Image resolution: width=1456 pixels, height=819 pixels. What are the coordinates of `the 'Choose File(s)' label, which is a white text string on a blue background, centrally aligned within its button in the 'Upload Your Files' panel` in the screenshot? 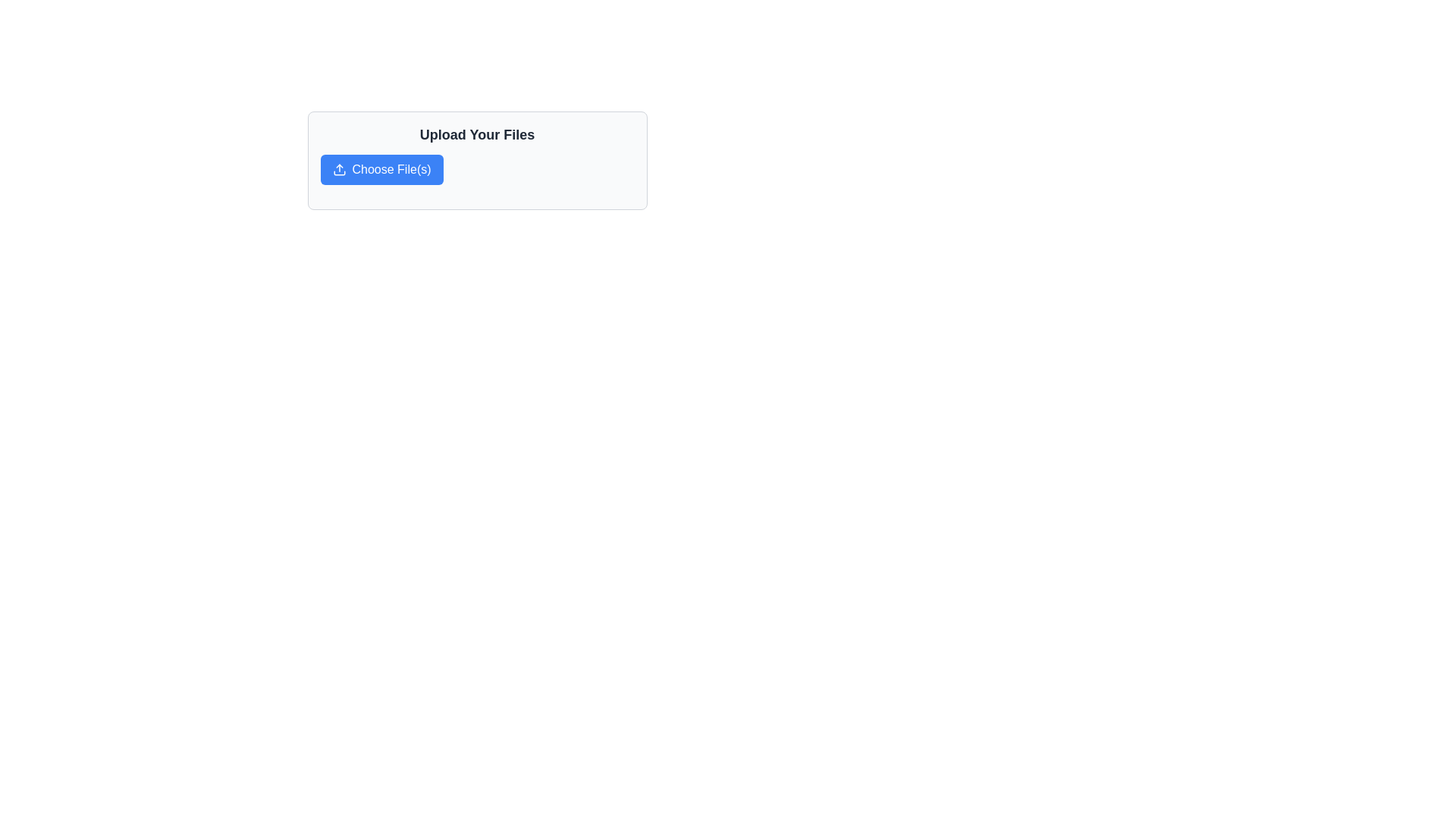 It's located at (391, 169).